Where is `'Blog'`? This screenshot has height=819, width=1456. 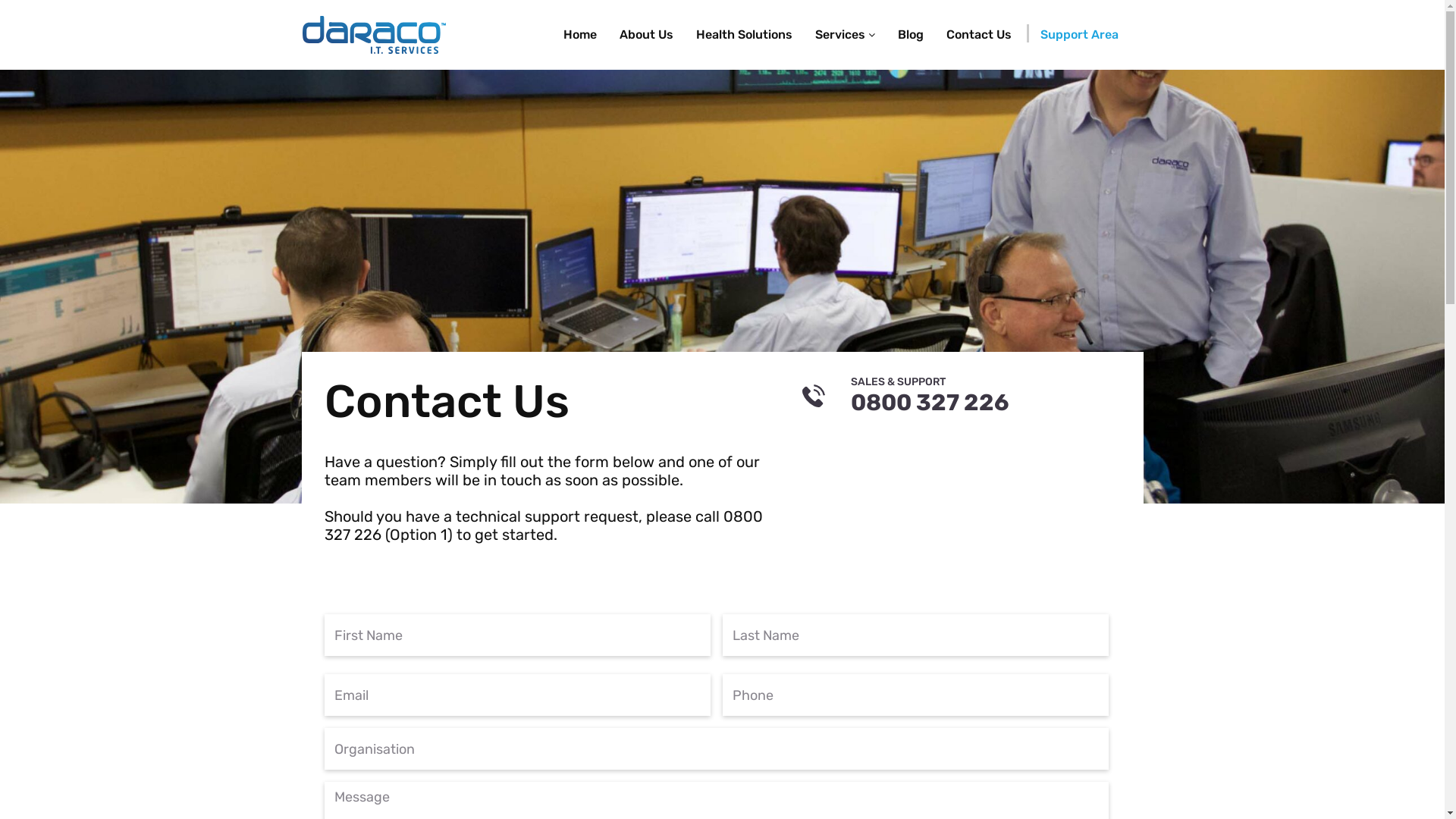 'Blog' is located at coordinates (910, 34).